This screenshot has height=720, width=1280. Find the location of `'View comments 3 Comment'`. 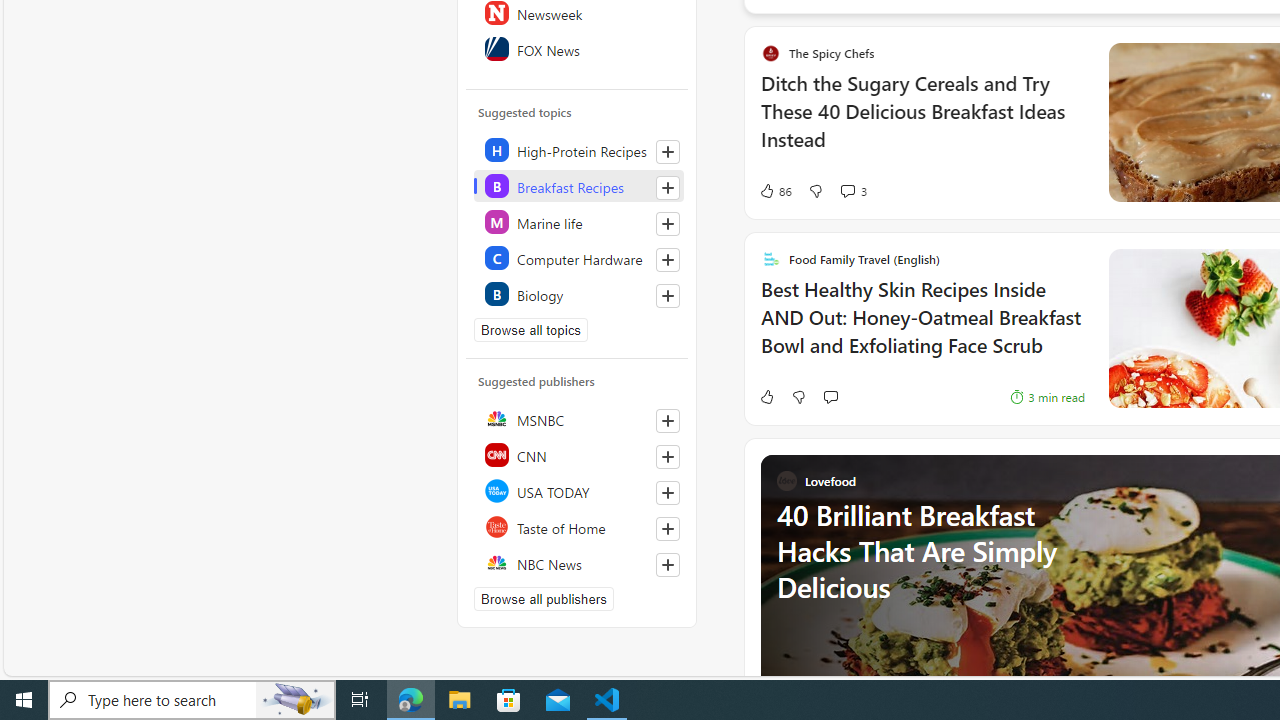

'View comments 3 Comment' is located at coordinates (847, 190).